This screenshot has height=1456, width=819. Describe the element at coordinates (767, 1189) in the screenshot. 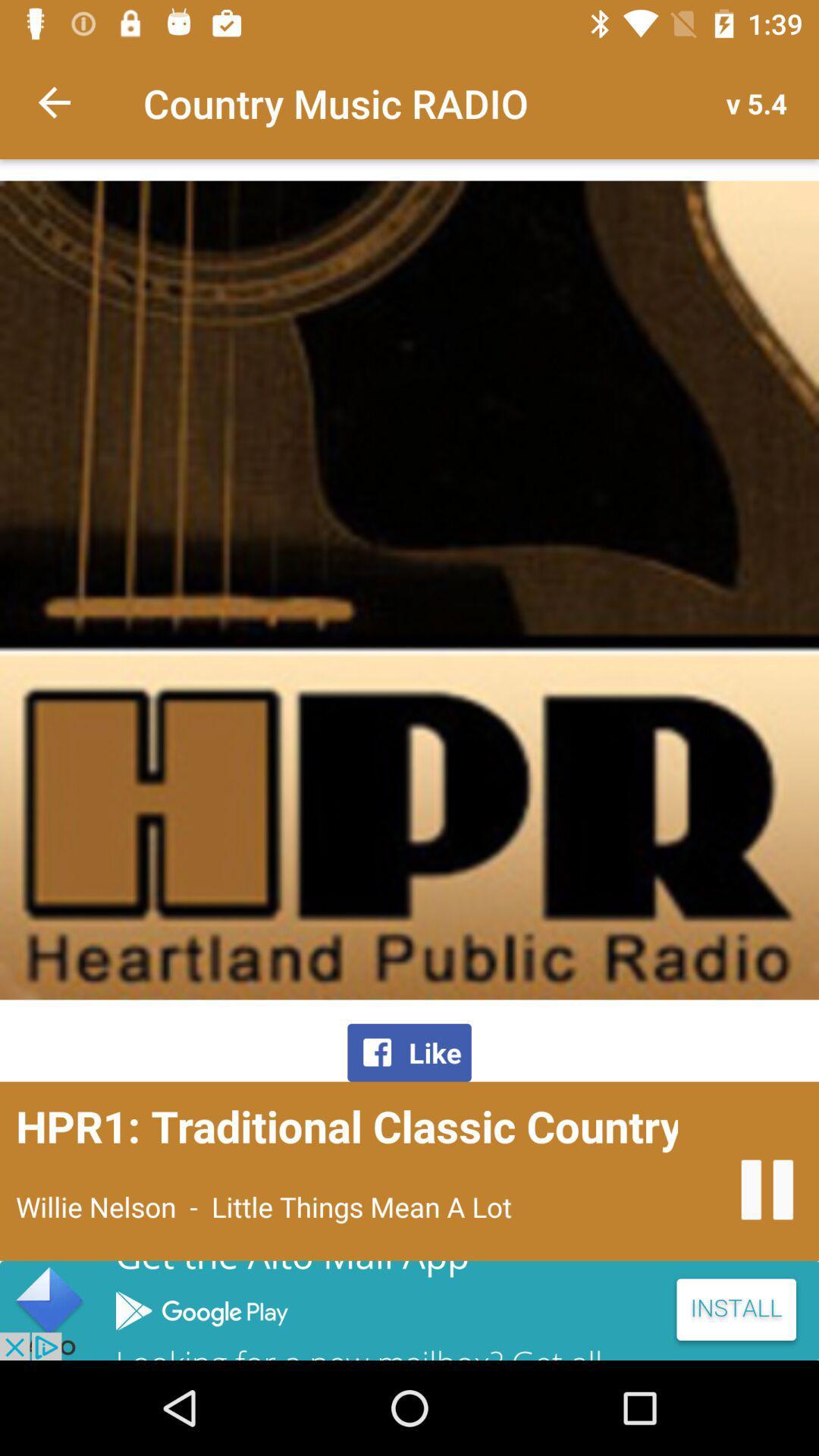

I see `stop the radio` at that location.